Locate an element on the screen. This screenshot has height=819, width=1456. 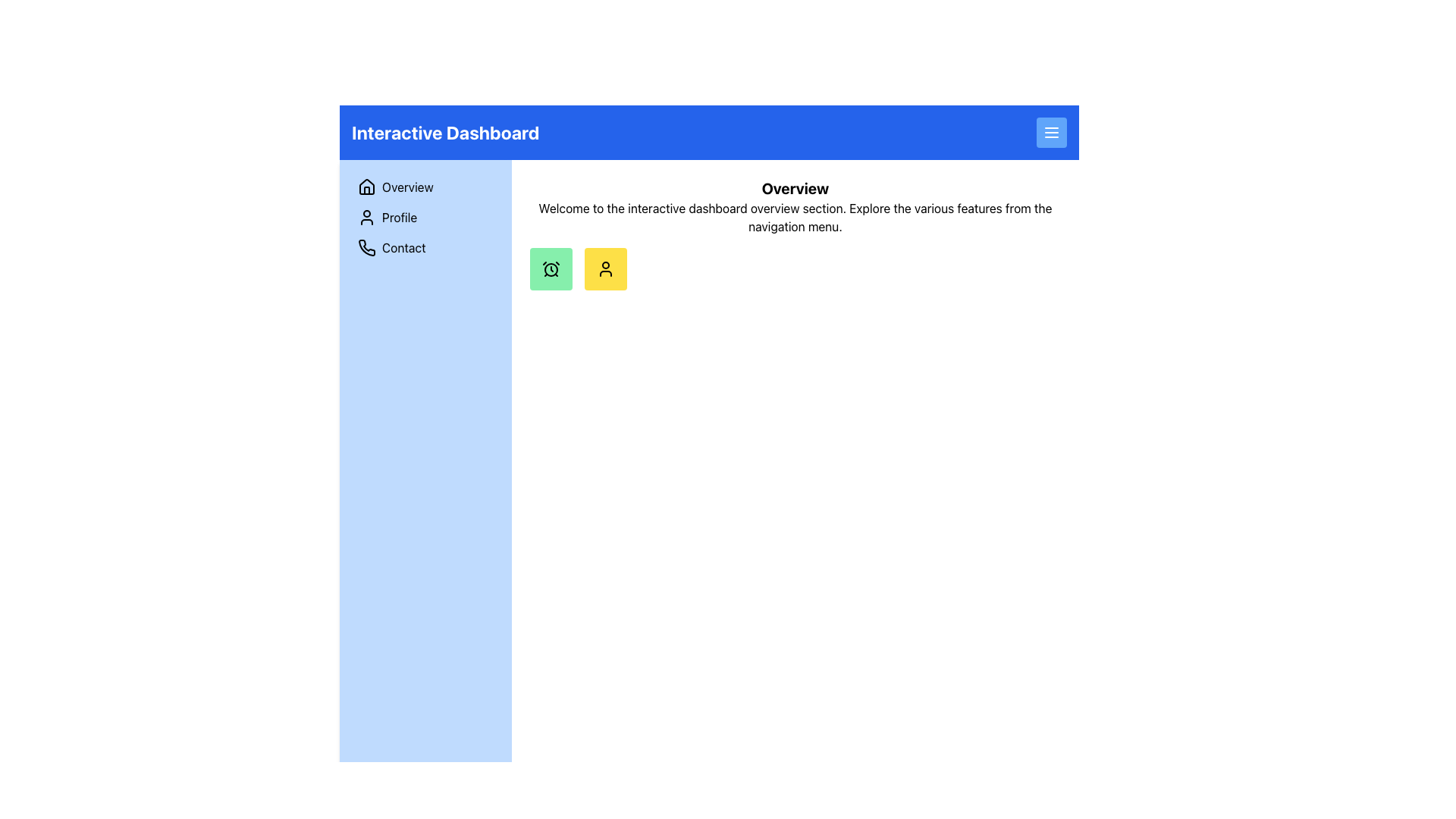
the central SVG Circle of the alarm clock icon, which is located within the green button on the leftmost side of the two adjacent square buttons below the header is located at coordinates (550, 268).